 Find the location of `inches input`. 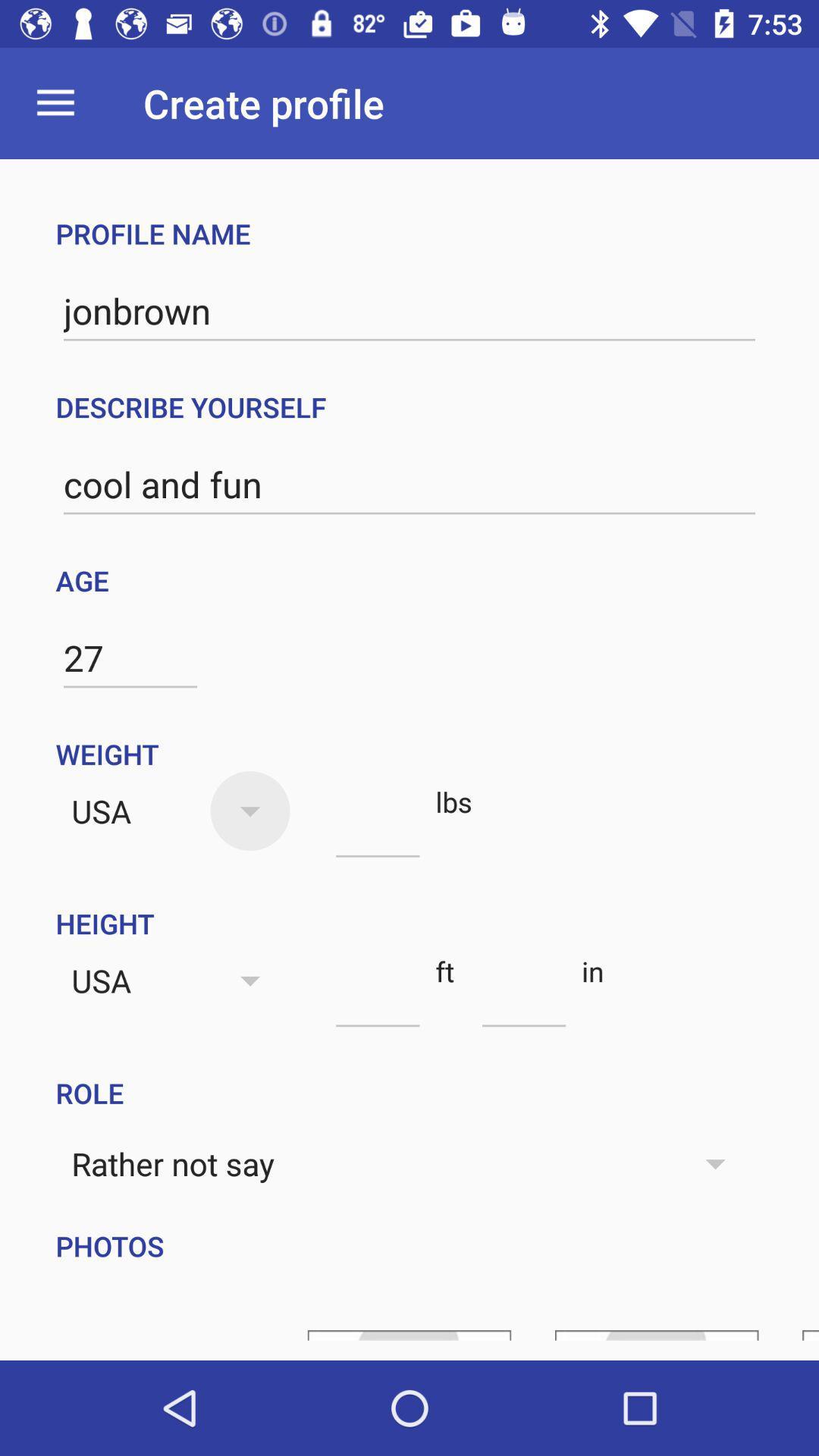

inches input is located at coordinates (523, 999).